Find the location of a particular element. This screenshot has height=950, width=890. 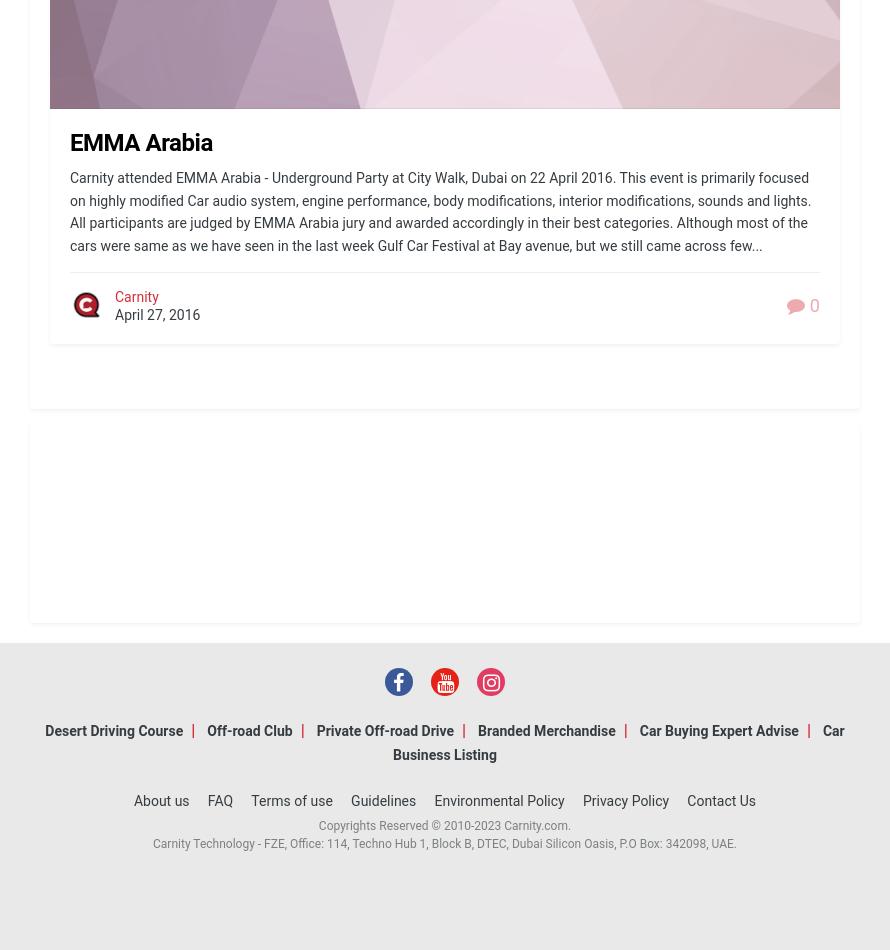

'Off-road Club' is located at coordinates (248, 730).